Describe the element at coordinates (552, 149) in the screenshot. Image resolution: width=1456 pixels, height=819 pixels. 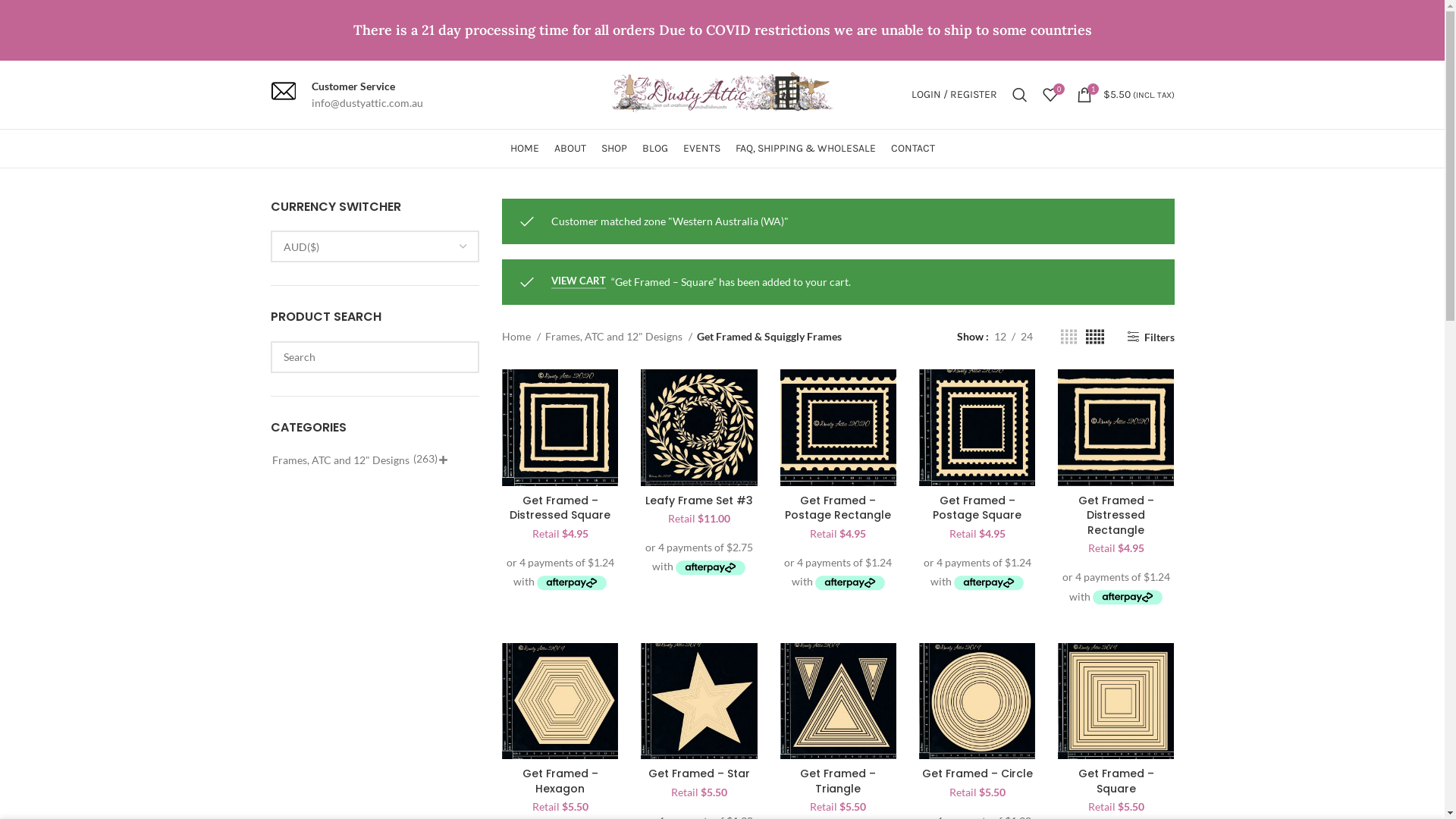
I see `'ABOUT'` at that location.